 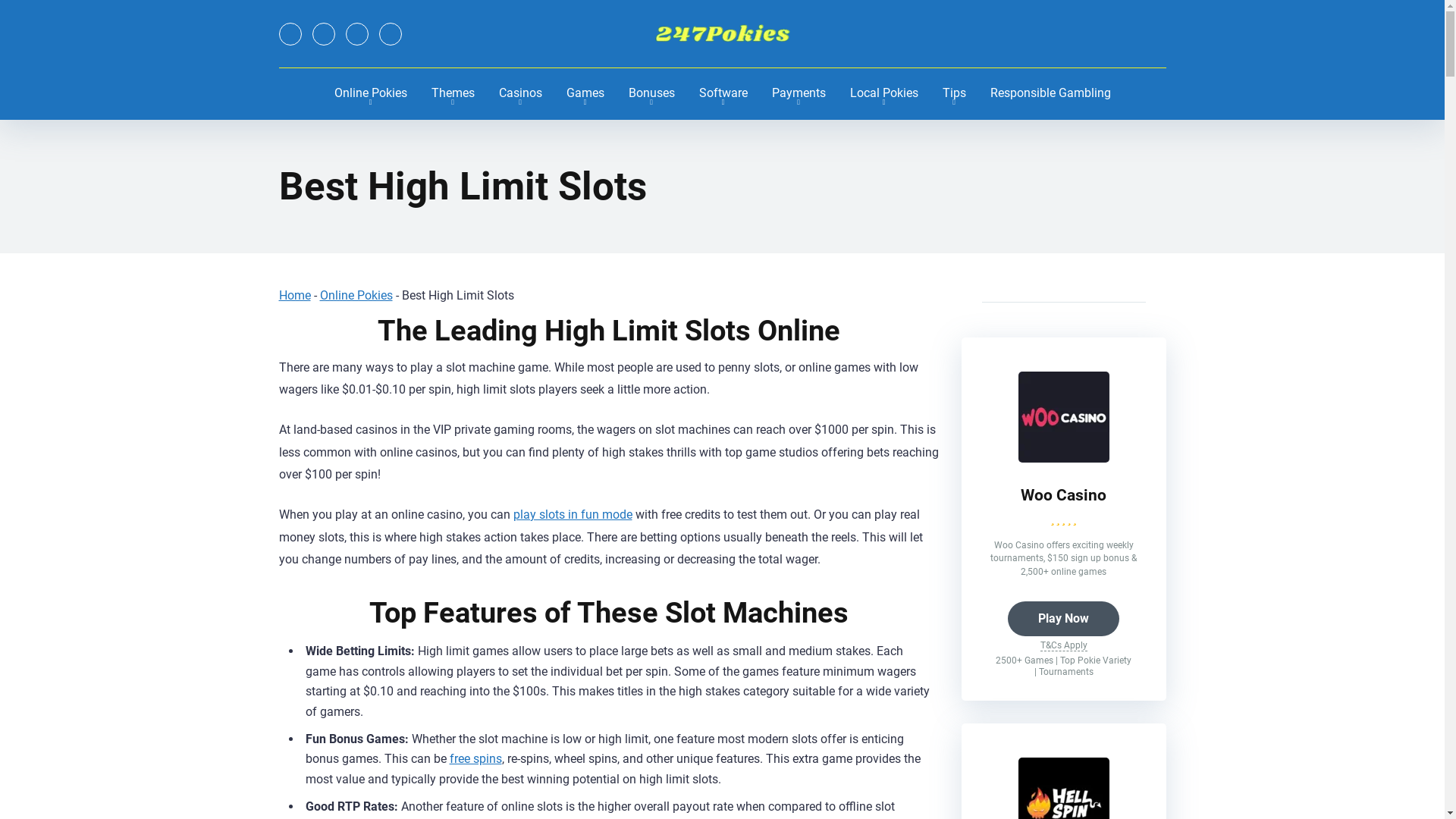 What do you see at coordinates (723, 93) in the screenshot?
I see `'Software'` at bounding box center [723, 93].